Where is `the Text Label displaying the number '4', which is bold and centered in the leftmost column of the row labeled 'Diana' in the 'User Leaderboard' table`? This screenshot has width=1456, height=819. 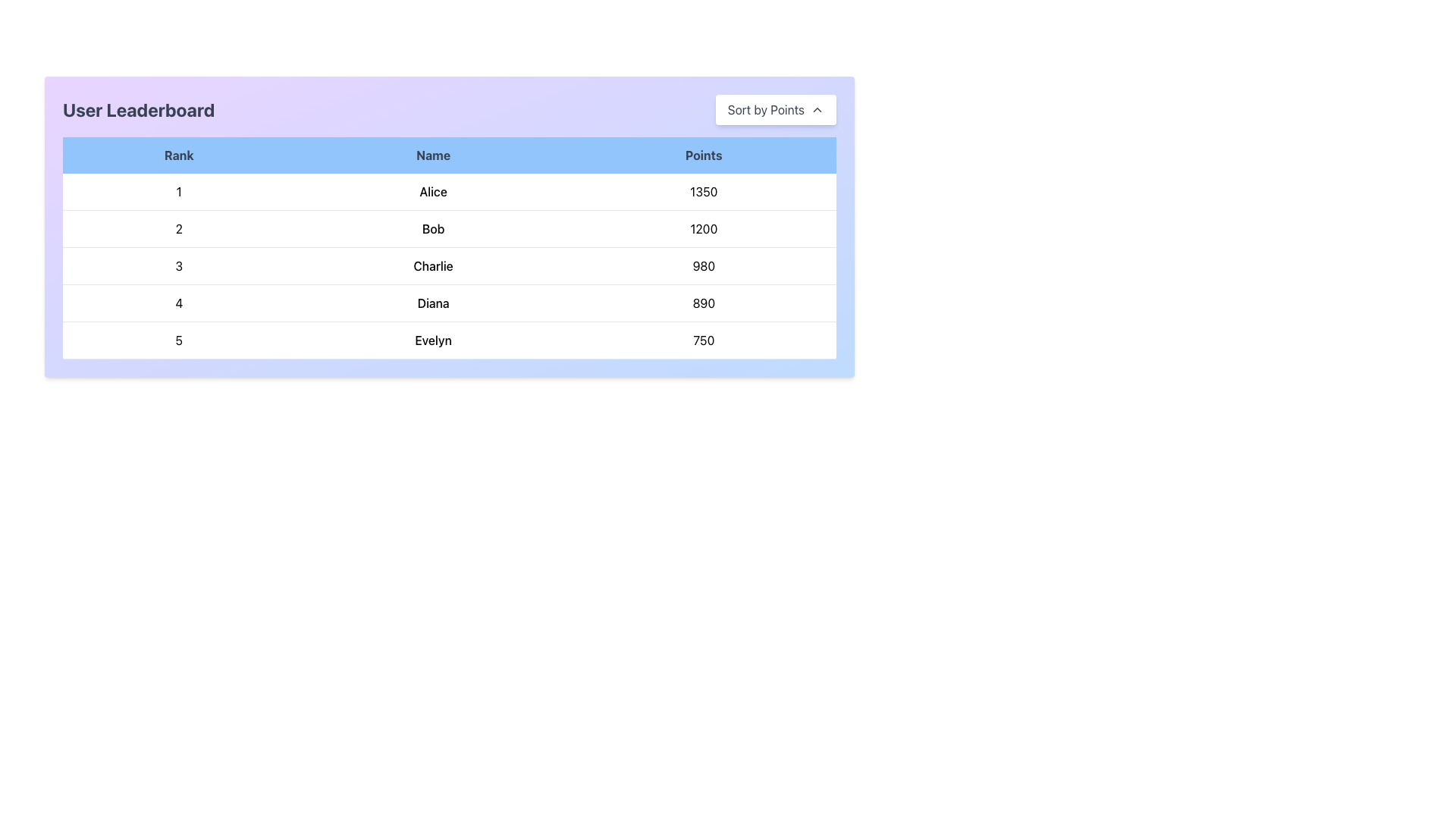 the Text Label displaying the number '4', which is bold and centered in the leftmost column of the row labeled 'Diana' in the 'User Leaderboard' table is located at coordinates (179, 303).